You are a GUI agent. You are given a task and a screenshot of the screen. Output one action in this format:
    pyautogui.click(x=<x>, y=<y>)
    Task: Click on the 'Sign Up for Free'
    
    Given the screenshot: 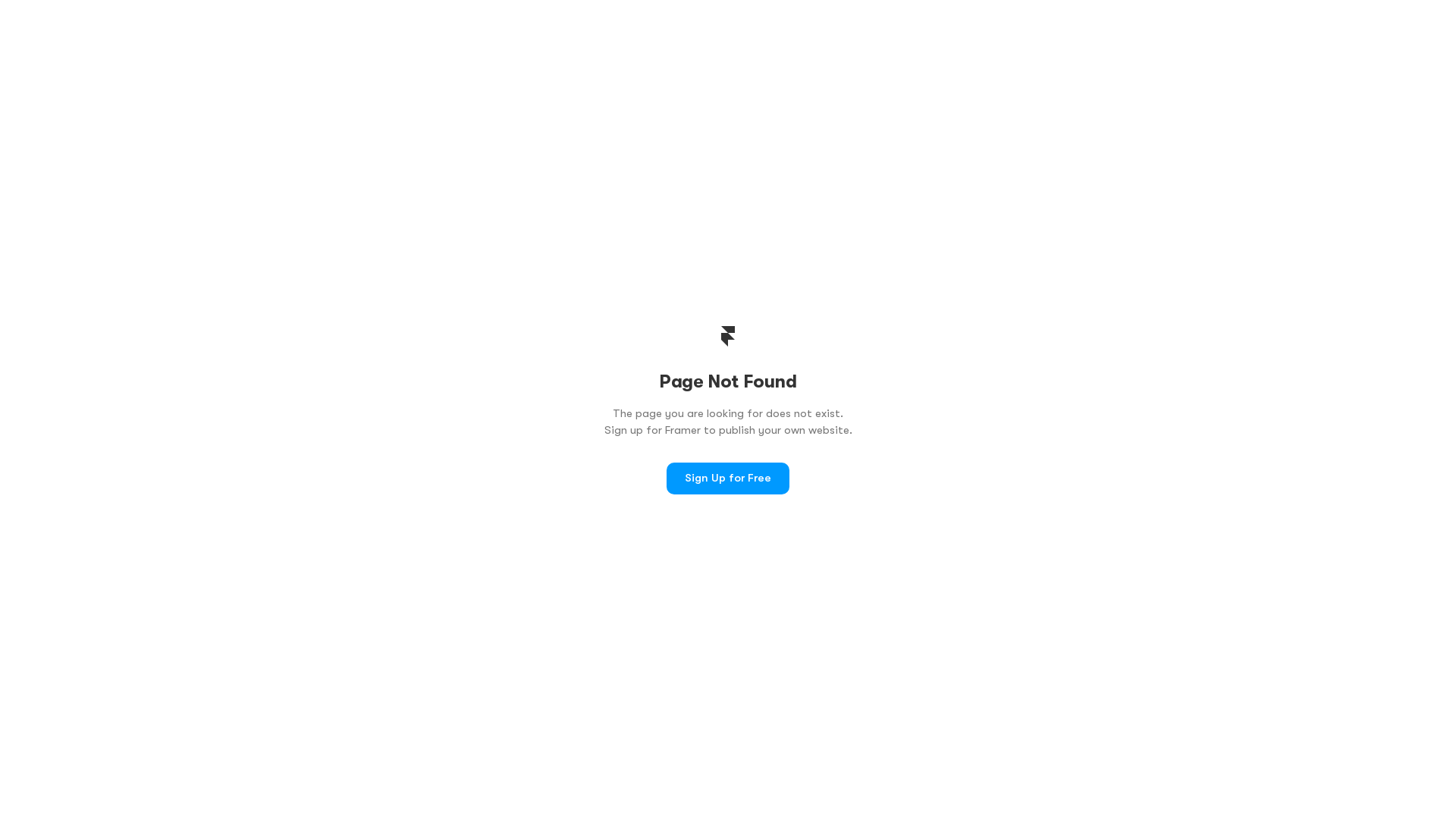 What is the action you would take?
    pyautogui.click(x=728, y=479)
    